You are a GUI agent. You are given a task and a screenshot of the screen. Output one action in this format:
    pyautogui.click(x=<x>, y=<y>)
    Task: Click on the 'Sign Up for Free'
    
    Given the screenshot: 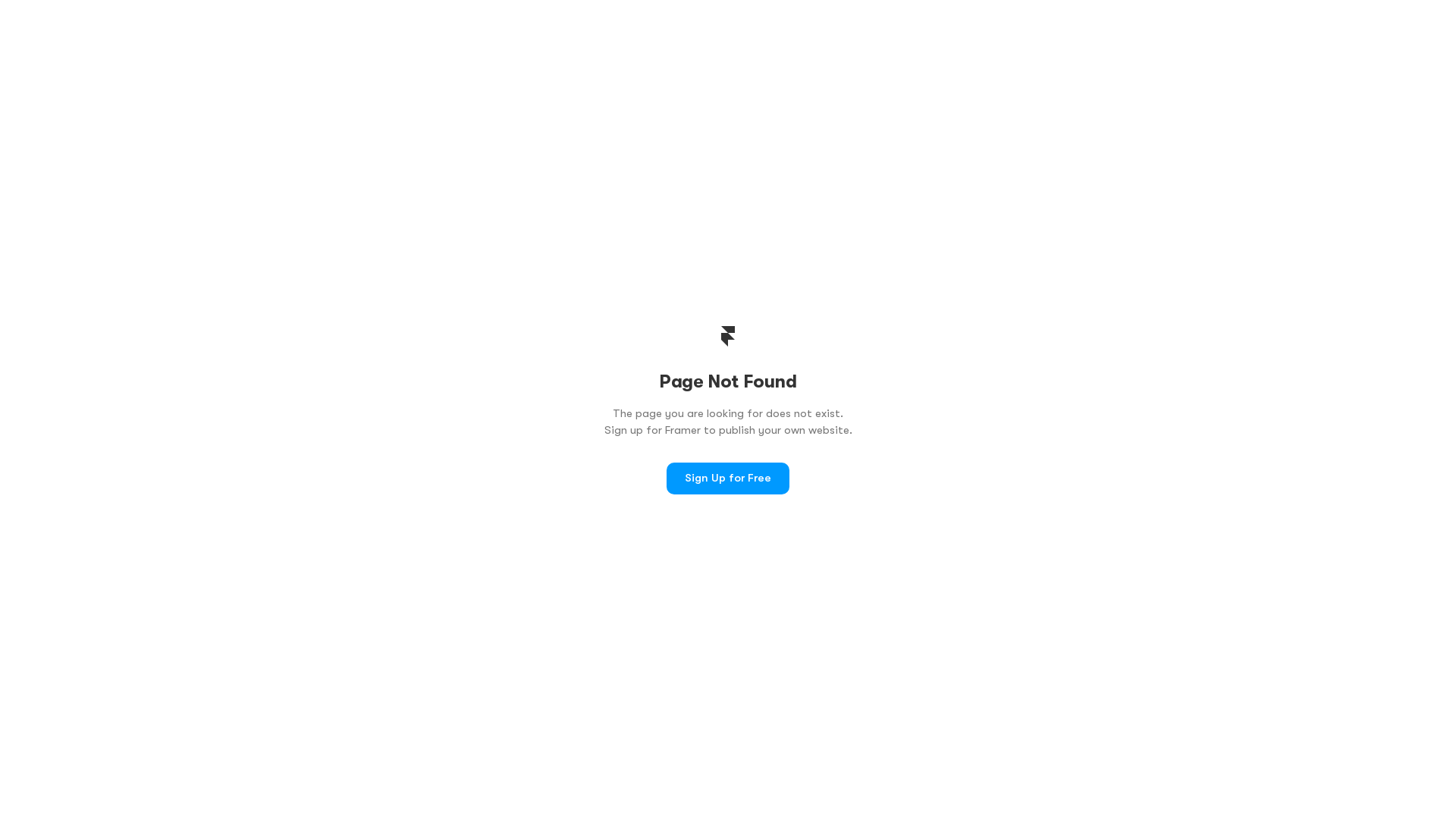 What is the action you would take?
    pyautogui.click(x=728, y=479)
    